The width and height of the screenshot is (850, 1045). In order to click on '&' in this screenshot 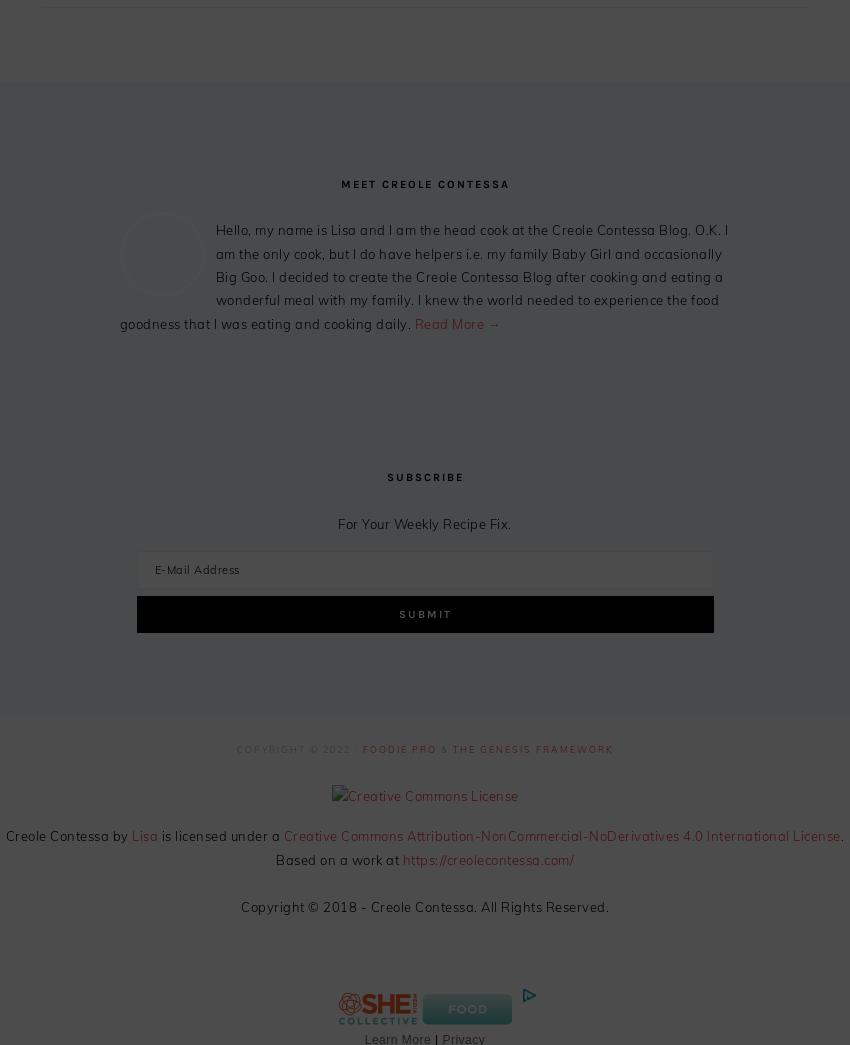, I will do `click(434, 747)`.